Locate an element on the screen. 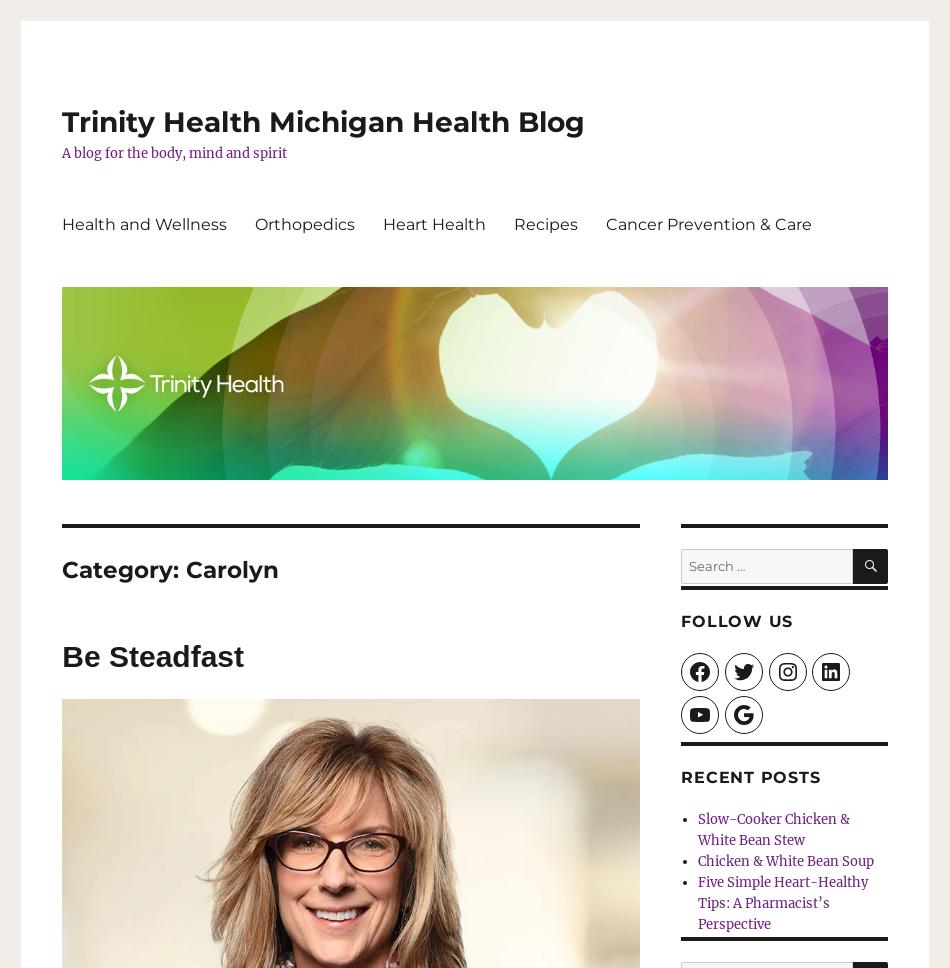 This screenshot has width=950, height=968. 'Health and Wellness' is located at coordinates (144, 222).